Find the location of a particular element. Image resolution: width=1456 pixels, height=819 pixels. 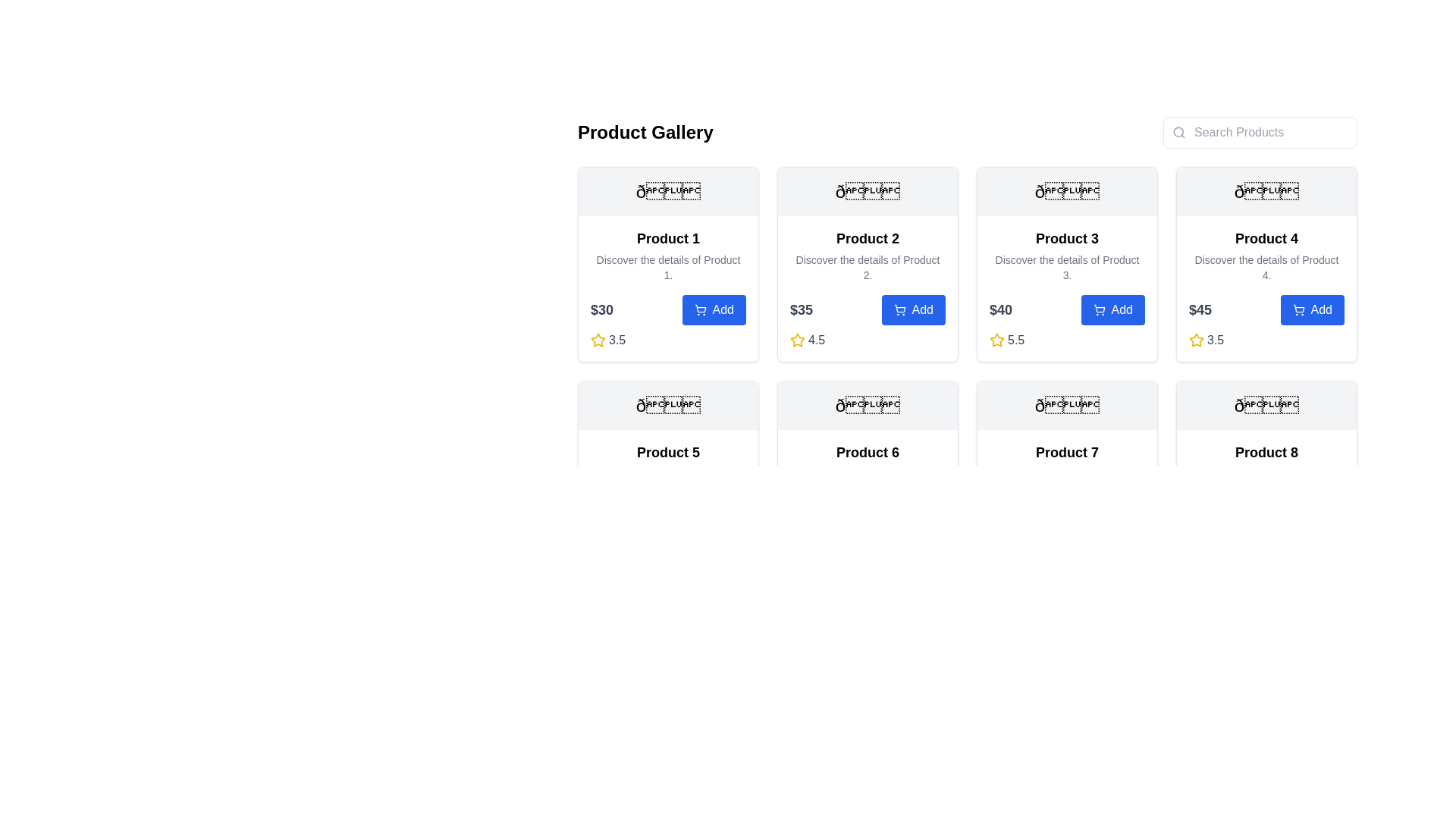

gray-text description that reads: 'Discover the details of Product 2.' located below the product title 'Product 2' in the second card of the product grid is located at coordinates (868, 267).